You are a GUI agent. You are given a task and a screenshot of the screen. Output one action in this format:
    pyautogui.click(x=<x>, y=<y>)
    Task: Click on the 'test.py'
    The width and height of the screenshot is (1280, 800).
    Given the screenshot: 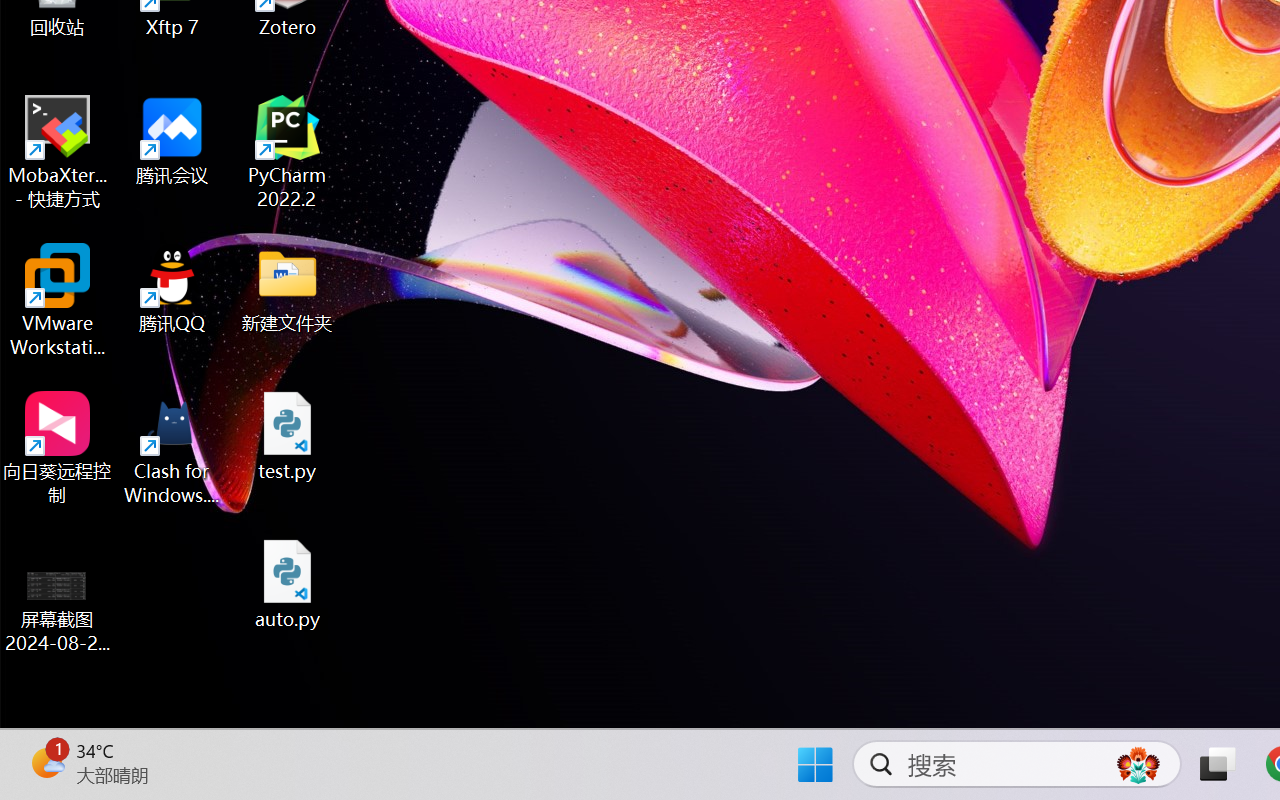 What is the action you would take?
    pyautogui.click(x=287, y=435)
    